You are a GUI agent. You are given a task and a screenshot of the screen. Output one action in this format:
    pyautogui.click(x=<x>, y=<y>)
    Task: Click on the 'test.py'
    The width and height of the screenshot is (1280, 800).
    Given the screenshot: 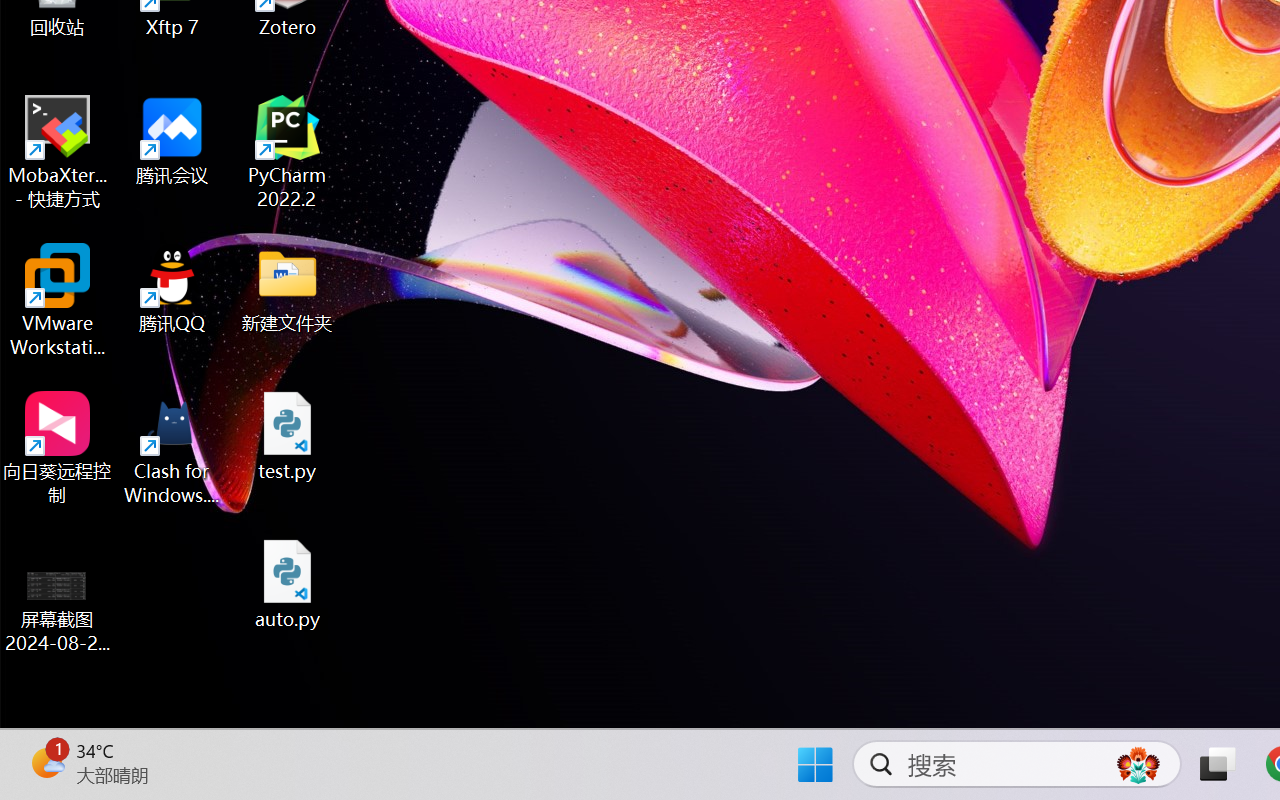 What is the action you would take?
    pyautogui.click(x=287, y=435)
    